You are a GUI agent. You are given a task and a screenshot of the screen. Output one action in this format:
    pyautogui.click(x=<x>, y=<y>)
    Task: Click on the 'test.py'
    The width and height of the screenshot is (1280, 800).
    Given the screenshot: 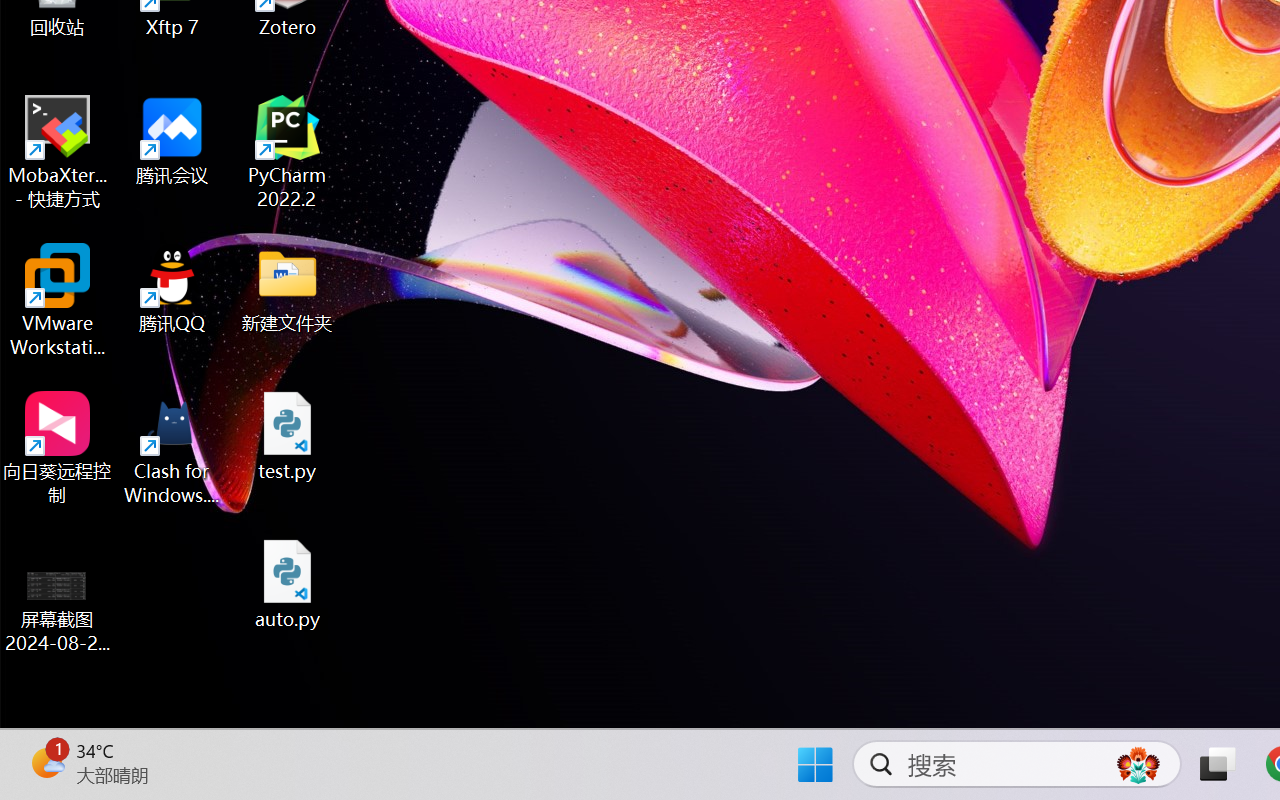 What is the action you would take?
    pyautogui.click(x=287, y=435)
    